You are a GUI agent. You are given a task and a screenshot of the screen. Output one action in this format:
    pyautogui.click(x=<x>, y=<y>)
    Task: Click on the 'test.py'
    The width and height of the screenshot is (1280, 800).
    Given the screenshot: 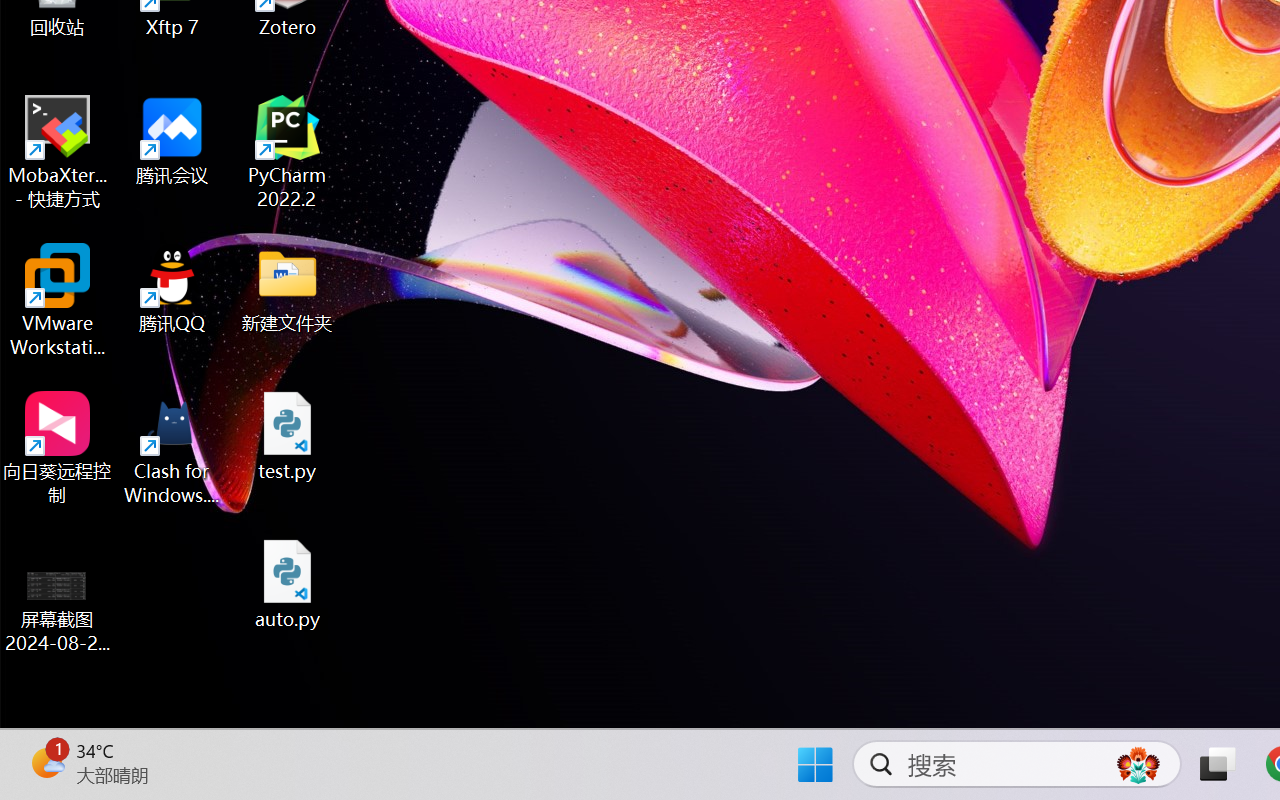 What is the action you would take?
    pyautogui.click(x=287, y=435)
    